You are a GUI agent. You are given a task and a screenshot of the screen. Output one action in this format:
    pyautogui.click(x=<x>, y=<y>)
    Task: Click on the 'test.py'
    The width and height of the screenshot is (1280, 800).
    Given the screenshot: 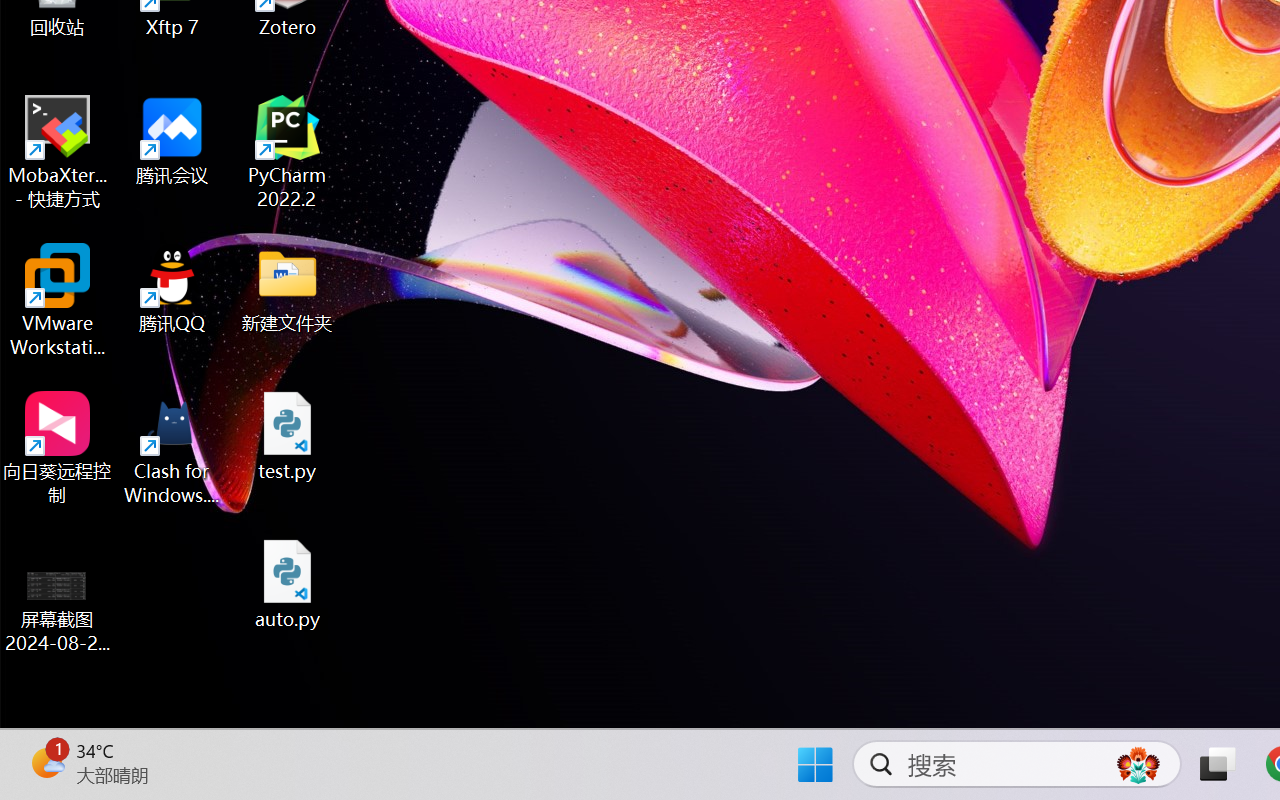 What is the action you would take?
    pyautogui.click(x=287, y=435)
    